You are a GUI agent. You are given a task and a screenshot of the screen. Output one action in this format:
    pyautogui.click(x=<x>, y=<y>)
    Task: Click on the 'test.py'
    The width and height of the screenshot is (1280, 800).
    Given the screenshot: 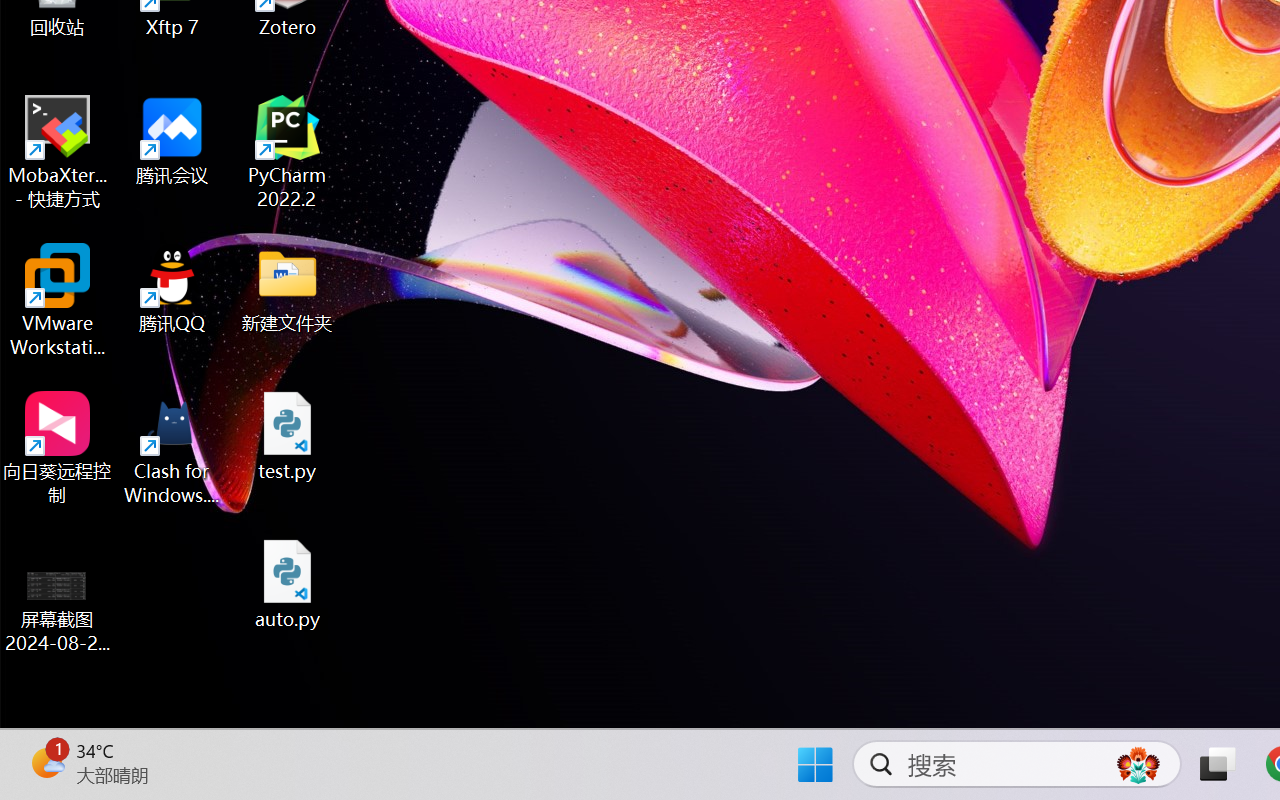 What is the action you would take?
    pyautogui.click(x=287, y=435)
    